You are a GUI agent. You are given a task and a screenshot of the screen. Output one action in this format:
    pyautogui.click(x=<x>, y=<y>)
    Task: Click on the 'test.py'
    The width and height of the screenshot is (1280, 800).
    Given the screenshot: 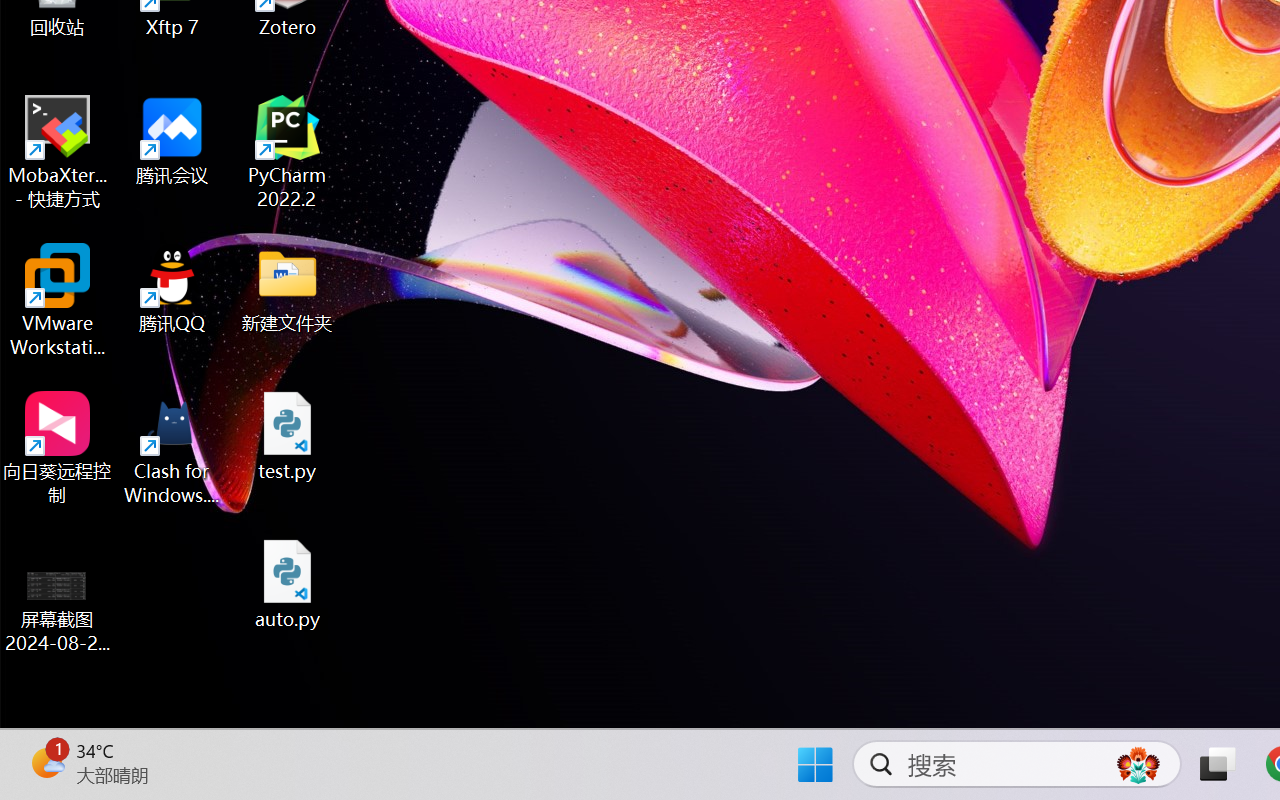 What is the action you would take?
    pyautogui.click(x=287, y=435)
    